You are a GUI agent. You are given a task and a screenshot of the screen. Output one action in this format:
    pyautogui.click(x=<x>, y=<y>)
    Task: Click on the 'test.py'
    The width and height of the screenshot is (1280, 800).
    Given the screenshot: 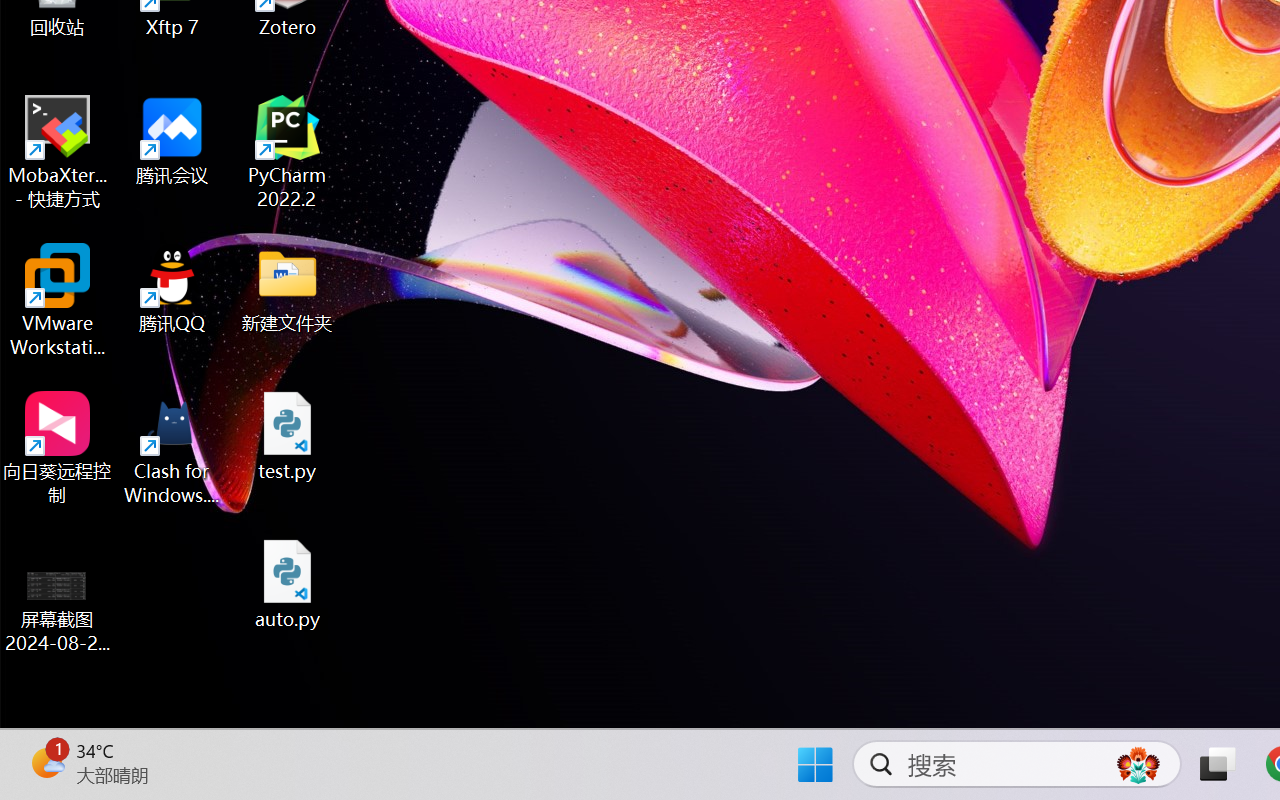 What is the action you would take?
    pyautogui.click(x=287, y=435)
    